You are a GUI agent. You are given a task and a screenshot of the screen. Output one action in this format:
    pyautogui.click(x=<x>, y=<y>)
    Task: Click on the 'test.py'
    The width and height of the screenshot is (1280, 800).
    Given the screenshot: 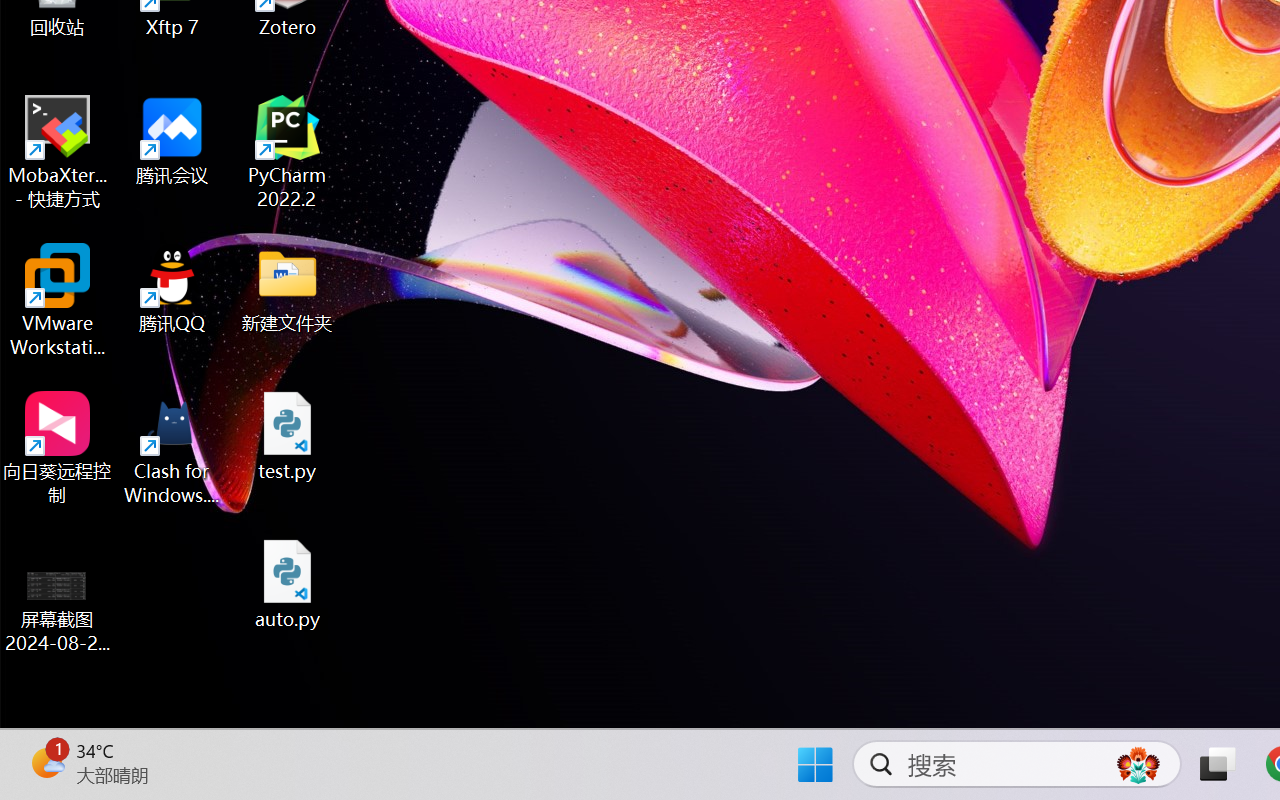 What is the action you would take?
    pyautogui.click(x=287, y=435)
    